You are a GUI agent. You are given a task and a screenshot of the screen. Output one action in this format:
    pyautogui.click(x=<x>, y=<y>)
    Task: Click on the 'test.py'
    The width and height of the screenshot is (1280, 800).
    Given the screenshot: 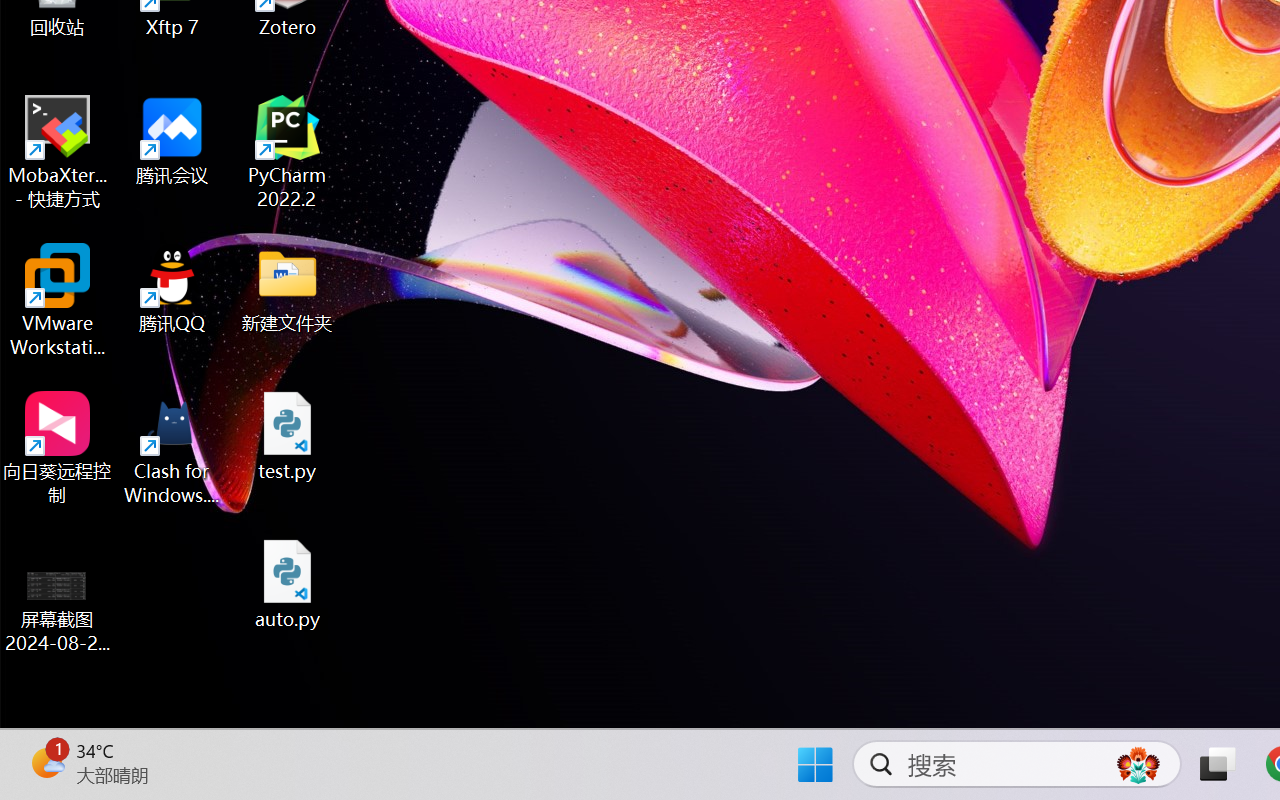 What is the action you would take?
    pyautogui.click(x=287, y=435)
    